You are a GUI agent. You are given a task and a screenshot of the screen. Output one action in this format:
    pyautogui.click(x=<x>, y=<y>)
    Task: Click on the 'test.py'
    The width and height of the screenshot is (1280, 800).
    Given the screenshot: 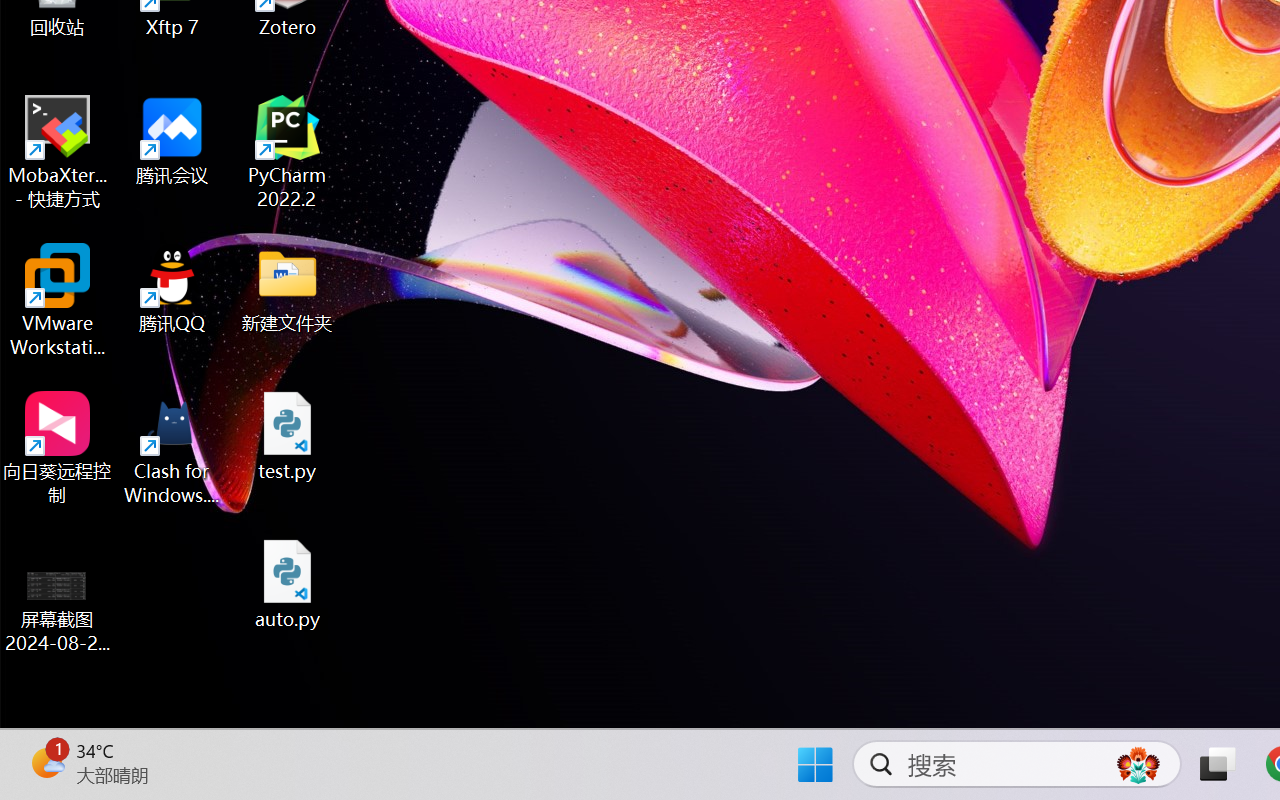 What is the action you would take?
    pyautogui.click(x=287, y=435)
    